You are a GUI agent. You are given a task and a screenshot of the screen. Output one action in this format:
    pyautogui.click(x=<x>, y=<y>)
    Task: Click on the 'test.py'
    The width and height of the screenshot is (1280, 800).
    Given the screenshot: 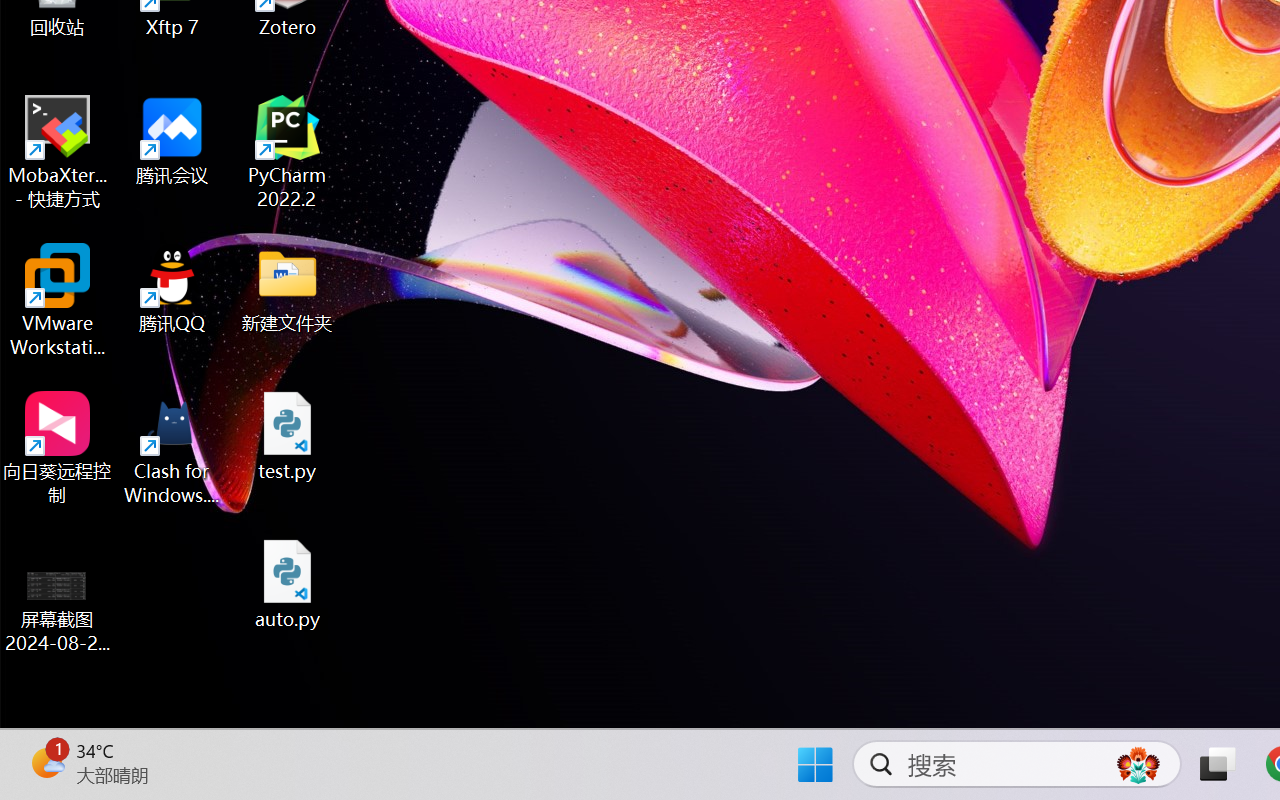 What is the action you would take?
    pyautogui.click(x=287, y=435)
    